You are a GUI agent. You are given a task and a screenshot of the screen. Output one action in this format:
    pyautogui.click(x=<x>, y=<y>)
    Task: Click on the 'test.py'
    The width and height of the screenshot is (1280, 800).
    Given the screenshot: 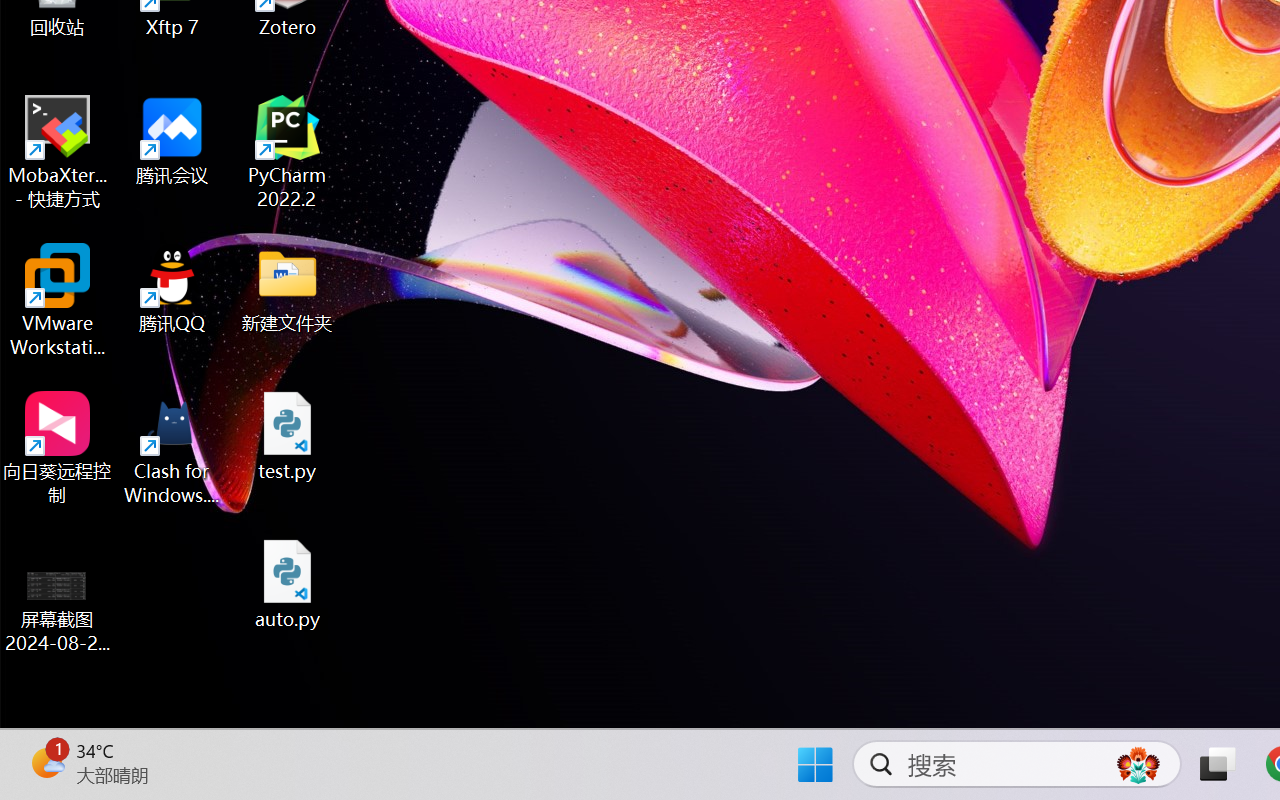 What is the action you would take?
    pyautogui.click(x=287, y=435)
    